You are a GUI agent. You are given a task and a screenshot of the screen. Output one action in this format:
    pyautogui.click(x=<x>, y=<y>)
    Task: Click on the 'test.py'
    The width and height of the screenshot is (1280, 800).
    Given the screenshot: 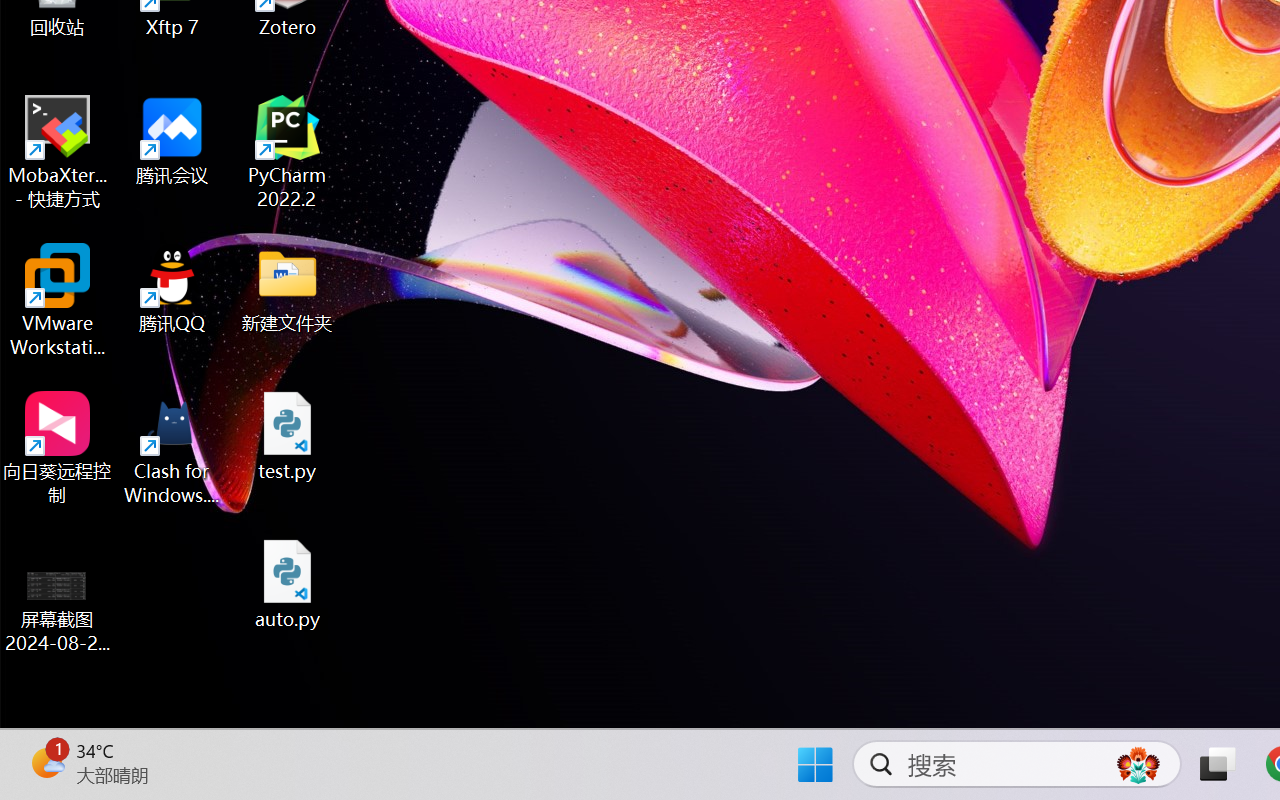 What is the action you would take?
    pyautogui.click(x=287, y=435)
    